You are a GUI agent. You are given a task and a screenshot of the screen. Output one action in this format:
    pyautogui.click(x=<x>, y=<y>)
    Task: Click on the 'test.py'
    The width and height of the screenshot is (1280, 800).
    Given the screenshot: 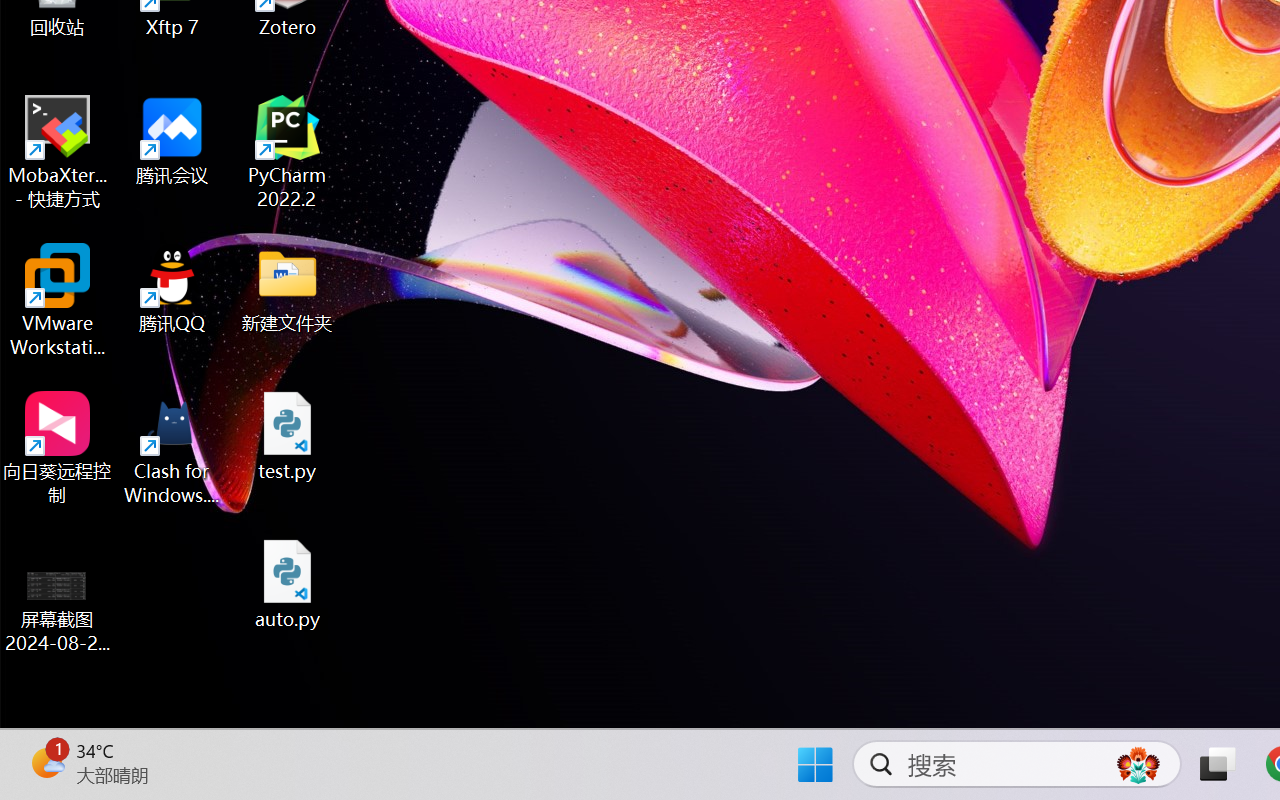 What is the action you would take?
    pyautogui.click(x=287, y=435)
    